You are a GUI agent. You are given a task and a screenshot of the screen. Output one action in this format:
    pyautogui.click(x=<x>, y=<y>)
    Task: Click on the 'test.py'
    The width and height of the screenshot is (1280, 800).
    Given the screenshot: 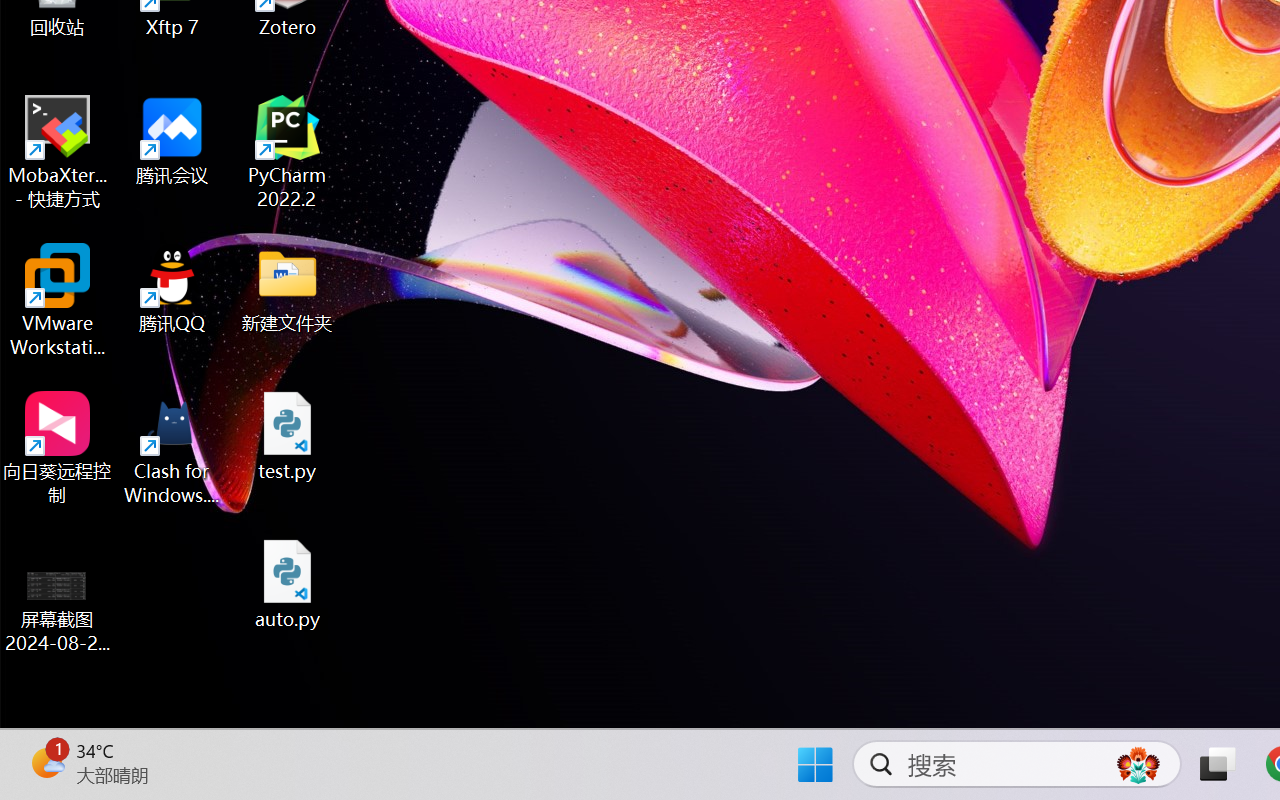 What is the action you would take?
    pyautogui.click(x=287, y=435)
    